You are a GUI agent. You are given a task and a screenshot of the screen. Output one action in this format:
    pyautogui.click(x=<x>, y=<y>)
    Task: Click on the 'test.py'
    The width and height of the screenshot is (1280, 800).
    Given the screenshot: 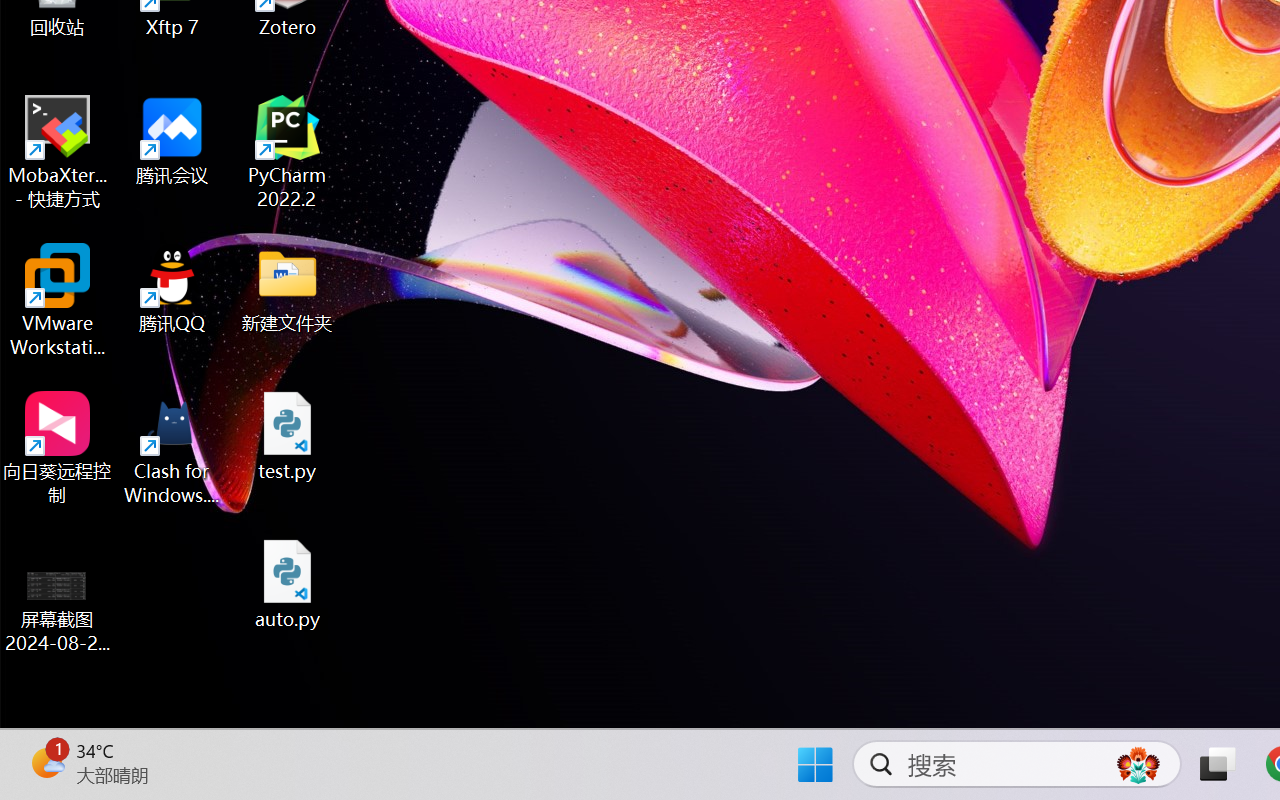 What is the action you would take?
    pyautogui.click(x=287, y=435)
    